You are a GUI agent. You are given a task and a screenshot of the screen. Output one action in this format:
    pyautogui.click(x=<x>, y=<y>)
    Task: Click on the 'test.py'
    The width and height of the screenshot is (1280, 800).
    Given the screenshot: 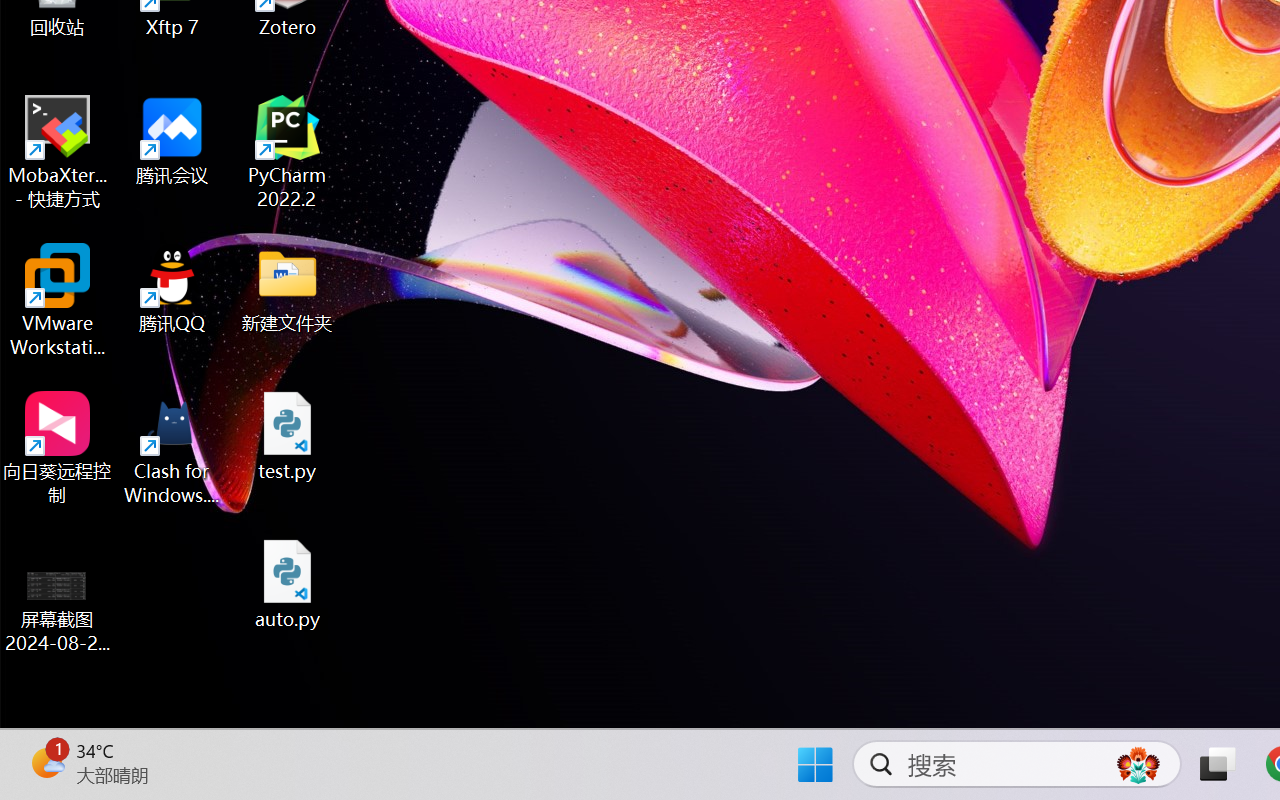 What is the action you would take?
    pyautogui.click(x=287, y=435)
    